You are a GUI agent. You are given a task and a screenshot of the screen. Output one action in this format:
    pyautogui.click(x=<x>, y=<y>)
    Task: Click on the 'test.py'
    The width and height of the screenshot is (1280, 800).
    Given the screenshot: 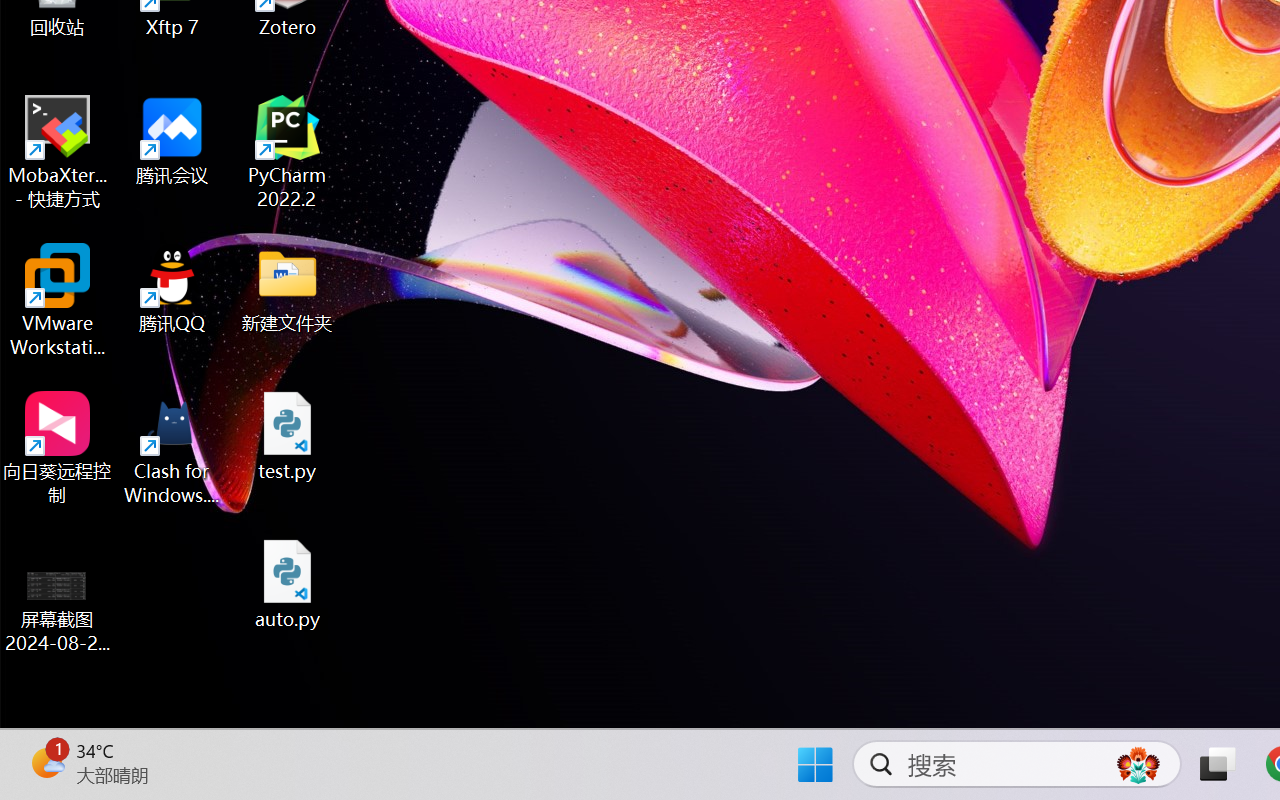 What is the action you would take?
    pyautogui.click(x=287, y=435)
    